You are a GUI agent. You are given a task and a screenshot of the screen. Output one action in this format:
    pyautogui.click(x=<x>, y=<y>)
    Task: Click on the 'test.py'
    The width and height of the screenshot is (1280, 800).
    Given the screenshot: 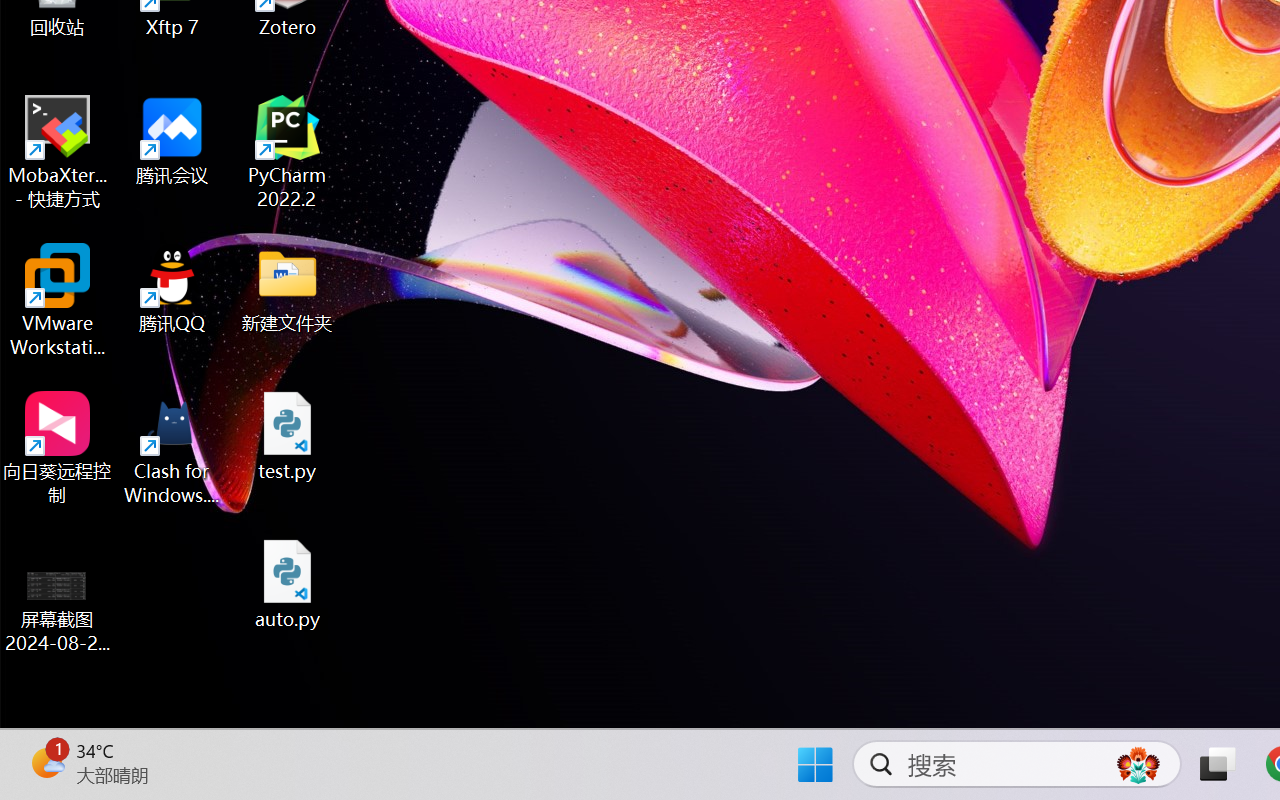 What is the action you would take?
    pyautogui.click(x=287, y=435)
    